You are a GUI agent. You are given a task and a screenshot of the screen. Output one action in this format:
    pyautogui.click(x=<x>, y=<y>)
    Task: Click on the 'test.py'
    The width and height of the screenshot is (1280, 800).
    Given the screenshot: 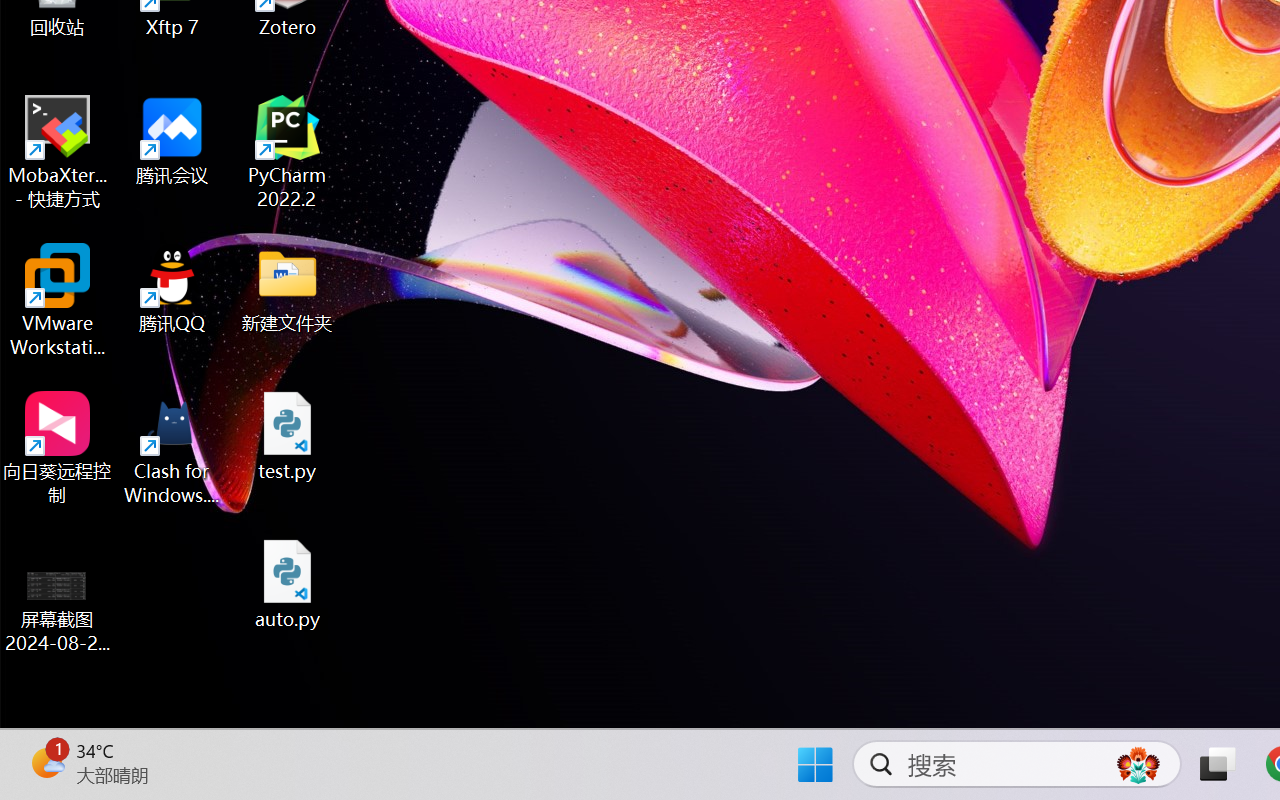 What is the action you would take?
    pyautogui.click(x=287, y=435)
    